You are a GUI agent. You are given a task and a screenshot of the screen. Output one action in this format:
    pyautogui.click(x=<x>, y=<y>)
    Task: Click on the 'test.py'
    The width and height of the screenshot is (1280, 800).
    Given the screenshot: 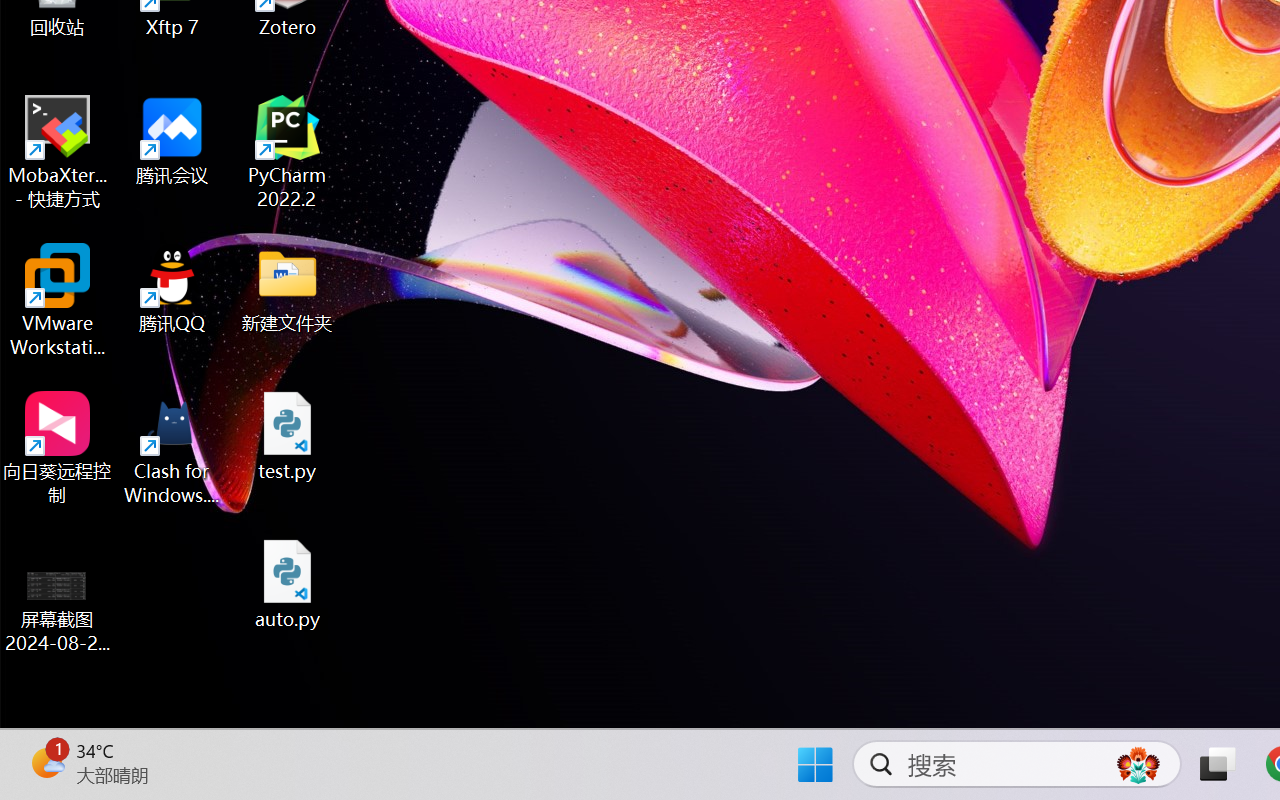 What is the action you would take?
    pyautogui.click(x=287, y=435)
    